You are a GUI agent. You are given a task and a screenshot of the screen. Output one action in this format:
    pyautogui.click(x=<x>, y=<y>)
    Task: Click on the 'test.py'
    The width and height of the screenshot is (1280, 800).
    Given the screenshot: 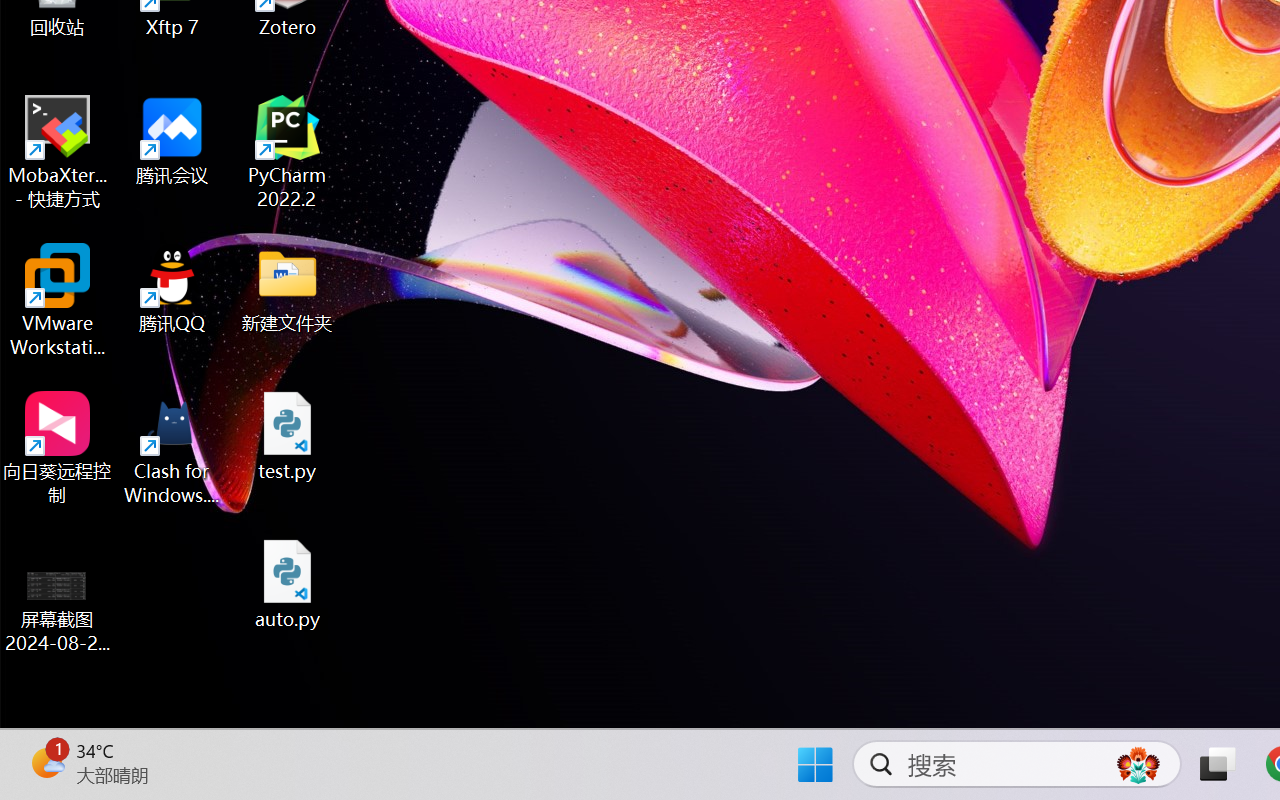 What is the action you would take?
    pyautogui.click(x=287, y=435)
    